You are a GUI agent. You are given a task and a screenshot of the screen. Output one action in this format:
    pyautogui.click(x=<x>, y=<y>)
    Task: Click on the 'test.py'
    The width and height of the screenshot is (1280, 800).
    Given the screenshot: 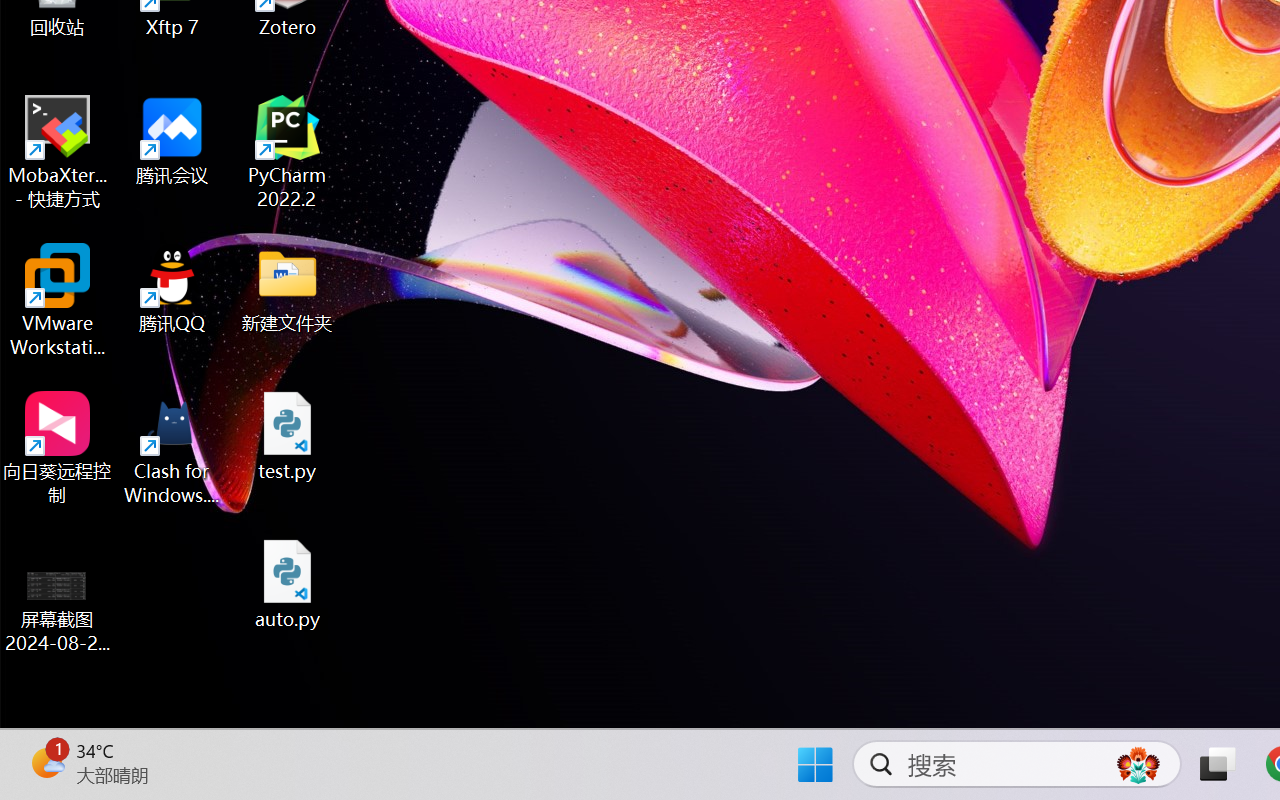 What is the action you would take?
    pyautogui.click(x=287, y=435)
    